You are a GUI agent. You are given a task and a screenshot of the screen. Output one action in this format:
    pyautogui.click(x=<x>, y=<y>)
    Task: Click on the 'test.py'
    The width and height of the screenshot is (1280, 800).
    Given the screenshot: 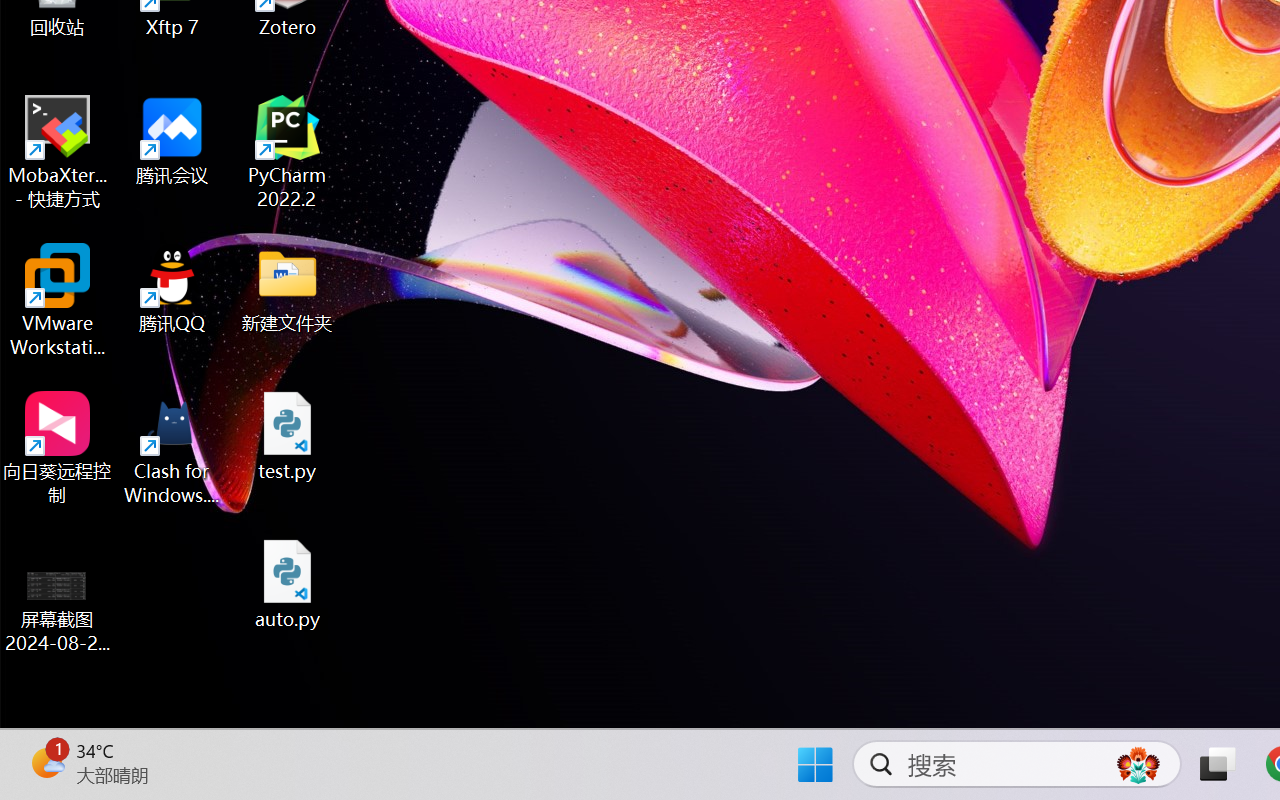 What is the action you would take?
    pyautogui.click(x=287, y=435)
    